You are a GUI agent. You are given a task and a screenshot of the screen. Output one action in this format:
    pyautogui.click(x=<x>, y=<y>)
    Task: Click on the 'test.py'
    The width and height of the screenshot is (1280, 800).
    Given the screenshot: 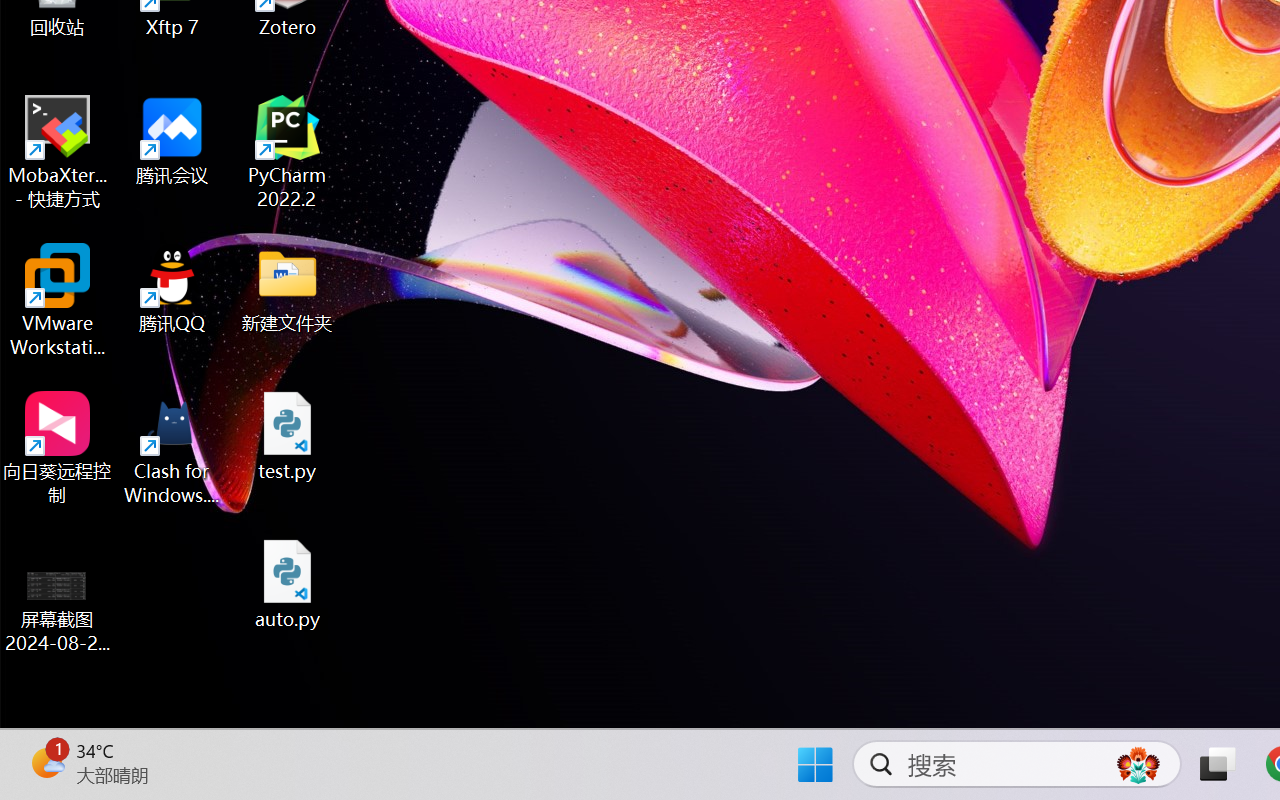 What is the action you would take?
    pyautogui.click(x=287, y=435)
    